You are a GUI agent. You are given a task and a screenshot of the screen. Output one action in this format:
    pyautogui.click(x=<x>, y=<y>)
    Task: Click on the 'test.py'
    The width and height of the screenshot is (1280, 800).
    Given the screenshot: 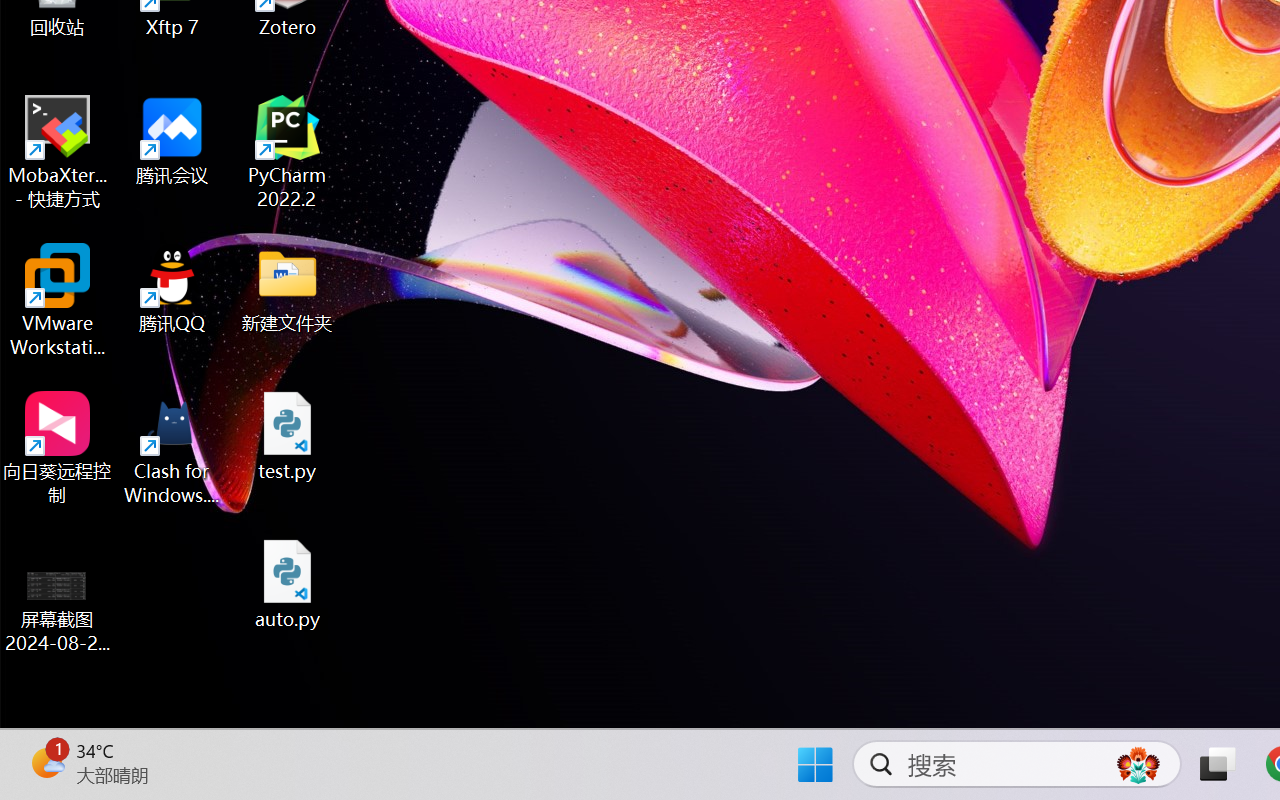 What is the action you would take?
    pyautogui.click(x=287, y=435)
    